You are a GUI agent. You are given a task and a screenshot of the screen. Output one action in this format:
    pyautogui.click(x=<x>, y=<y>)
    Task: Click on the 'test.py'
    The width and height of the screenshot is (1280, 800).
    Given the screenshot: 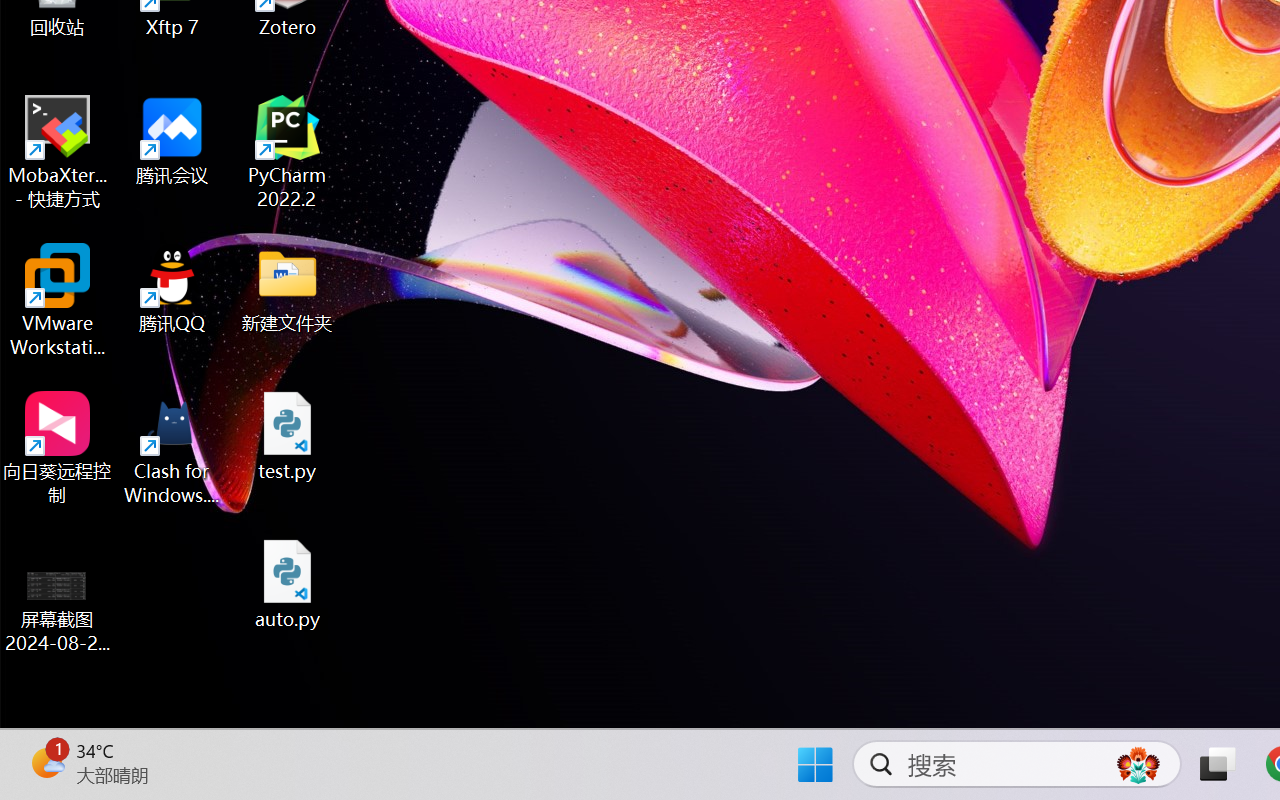 What is the action you would take?
    pyautogui.click(x=287, y=435)
    